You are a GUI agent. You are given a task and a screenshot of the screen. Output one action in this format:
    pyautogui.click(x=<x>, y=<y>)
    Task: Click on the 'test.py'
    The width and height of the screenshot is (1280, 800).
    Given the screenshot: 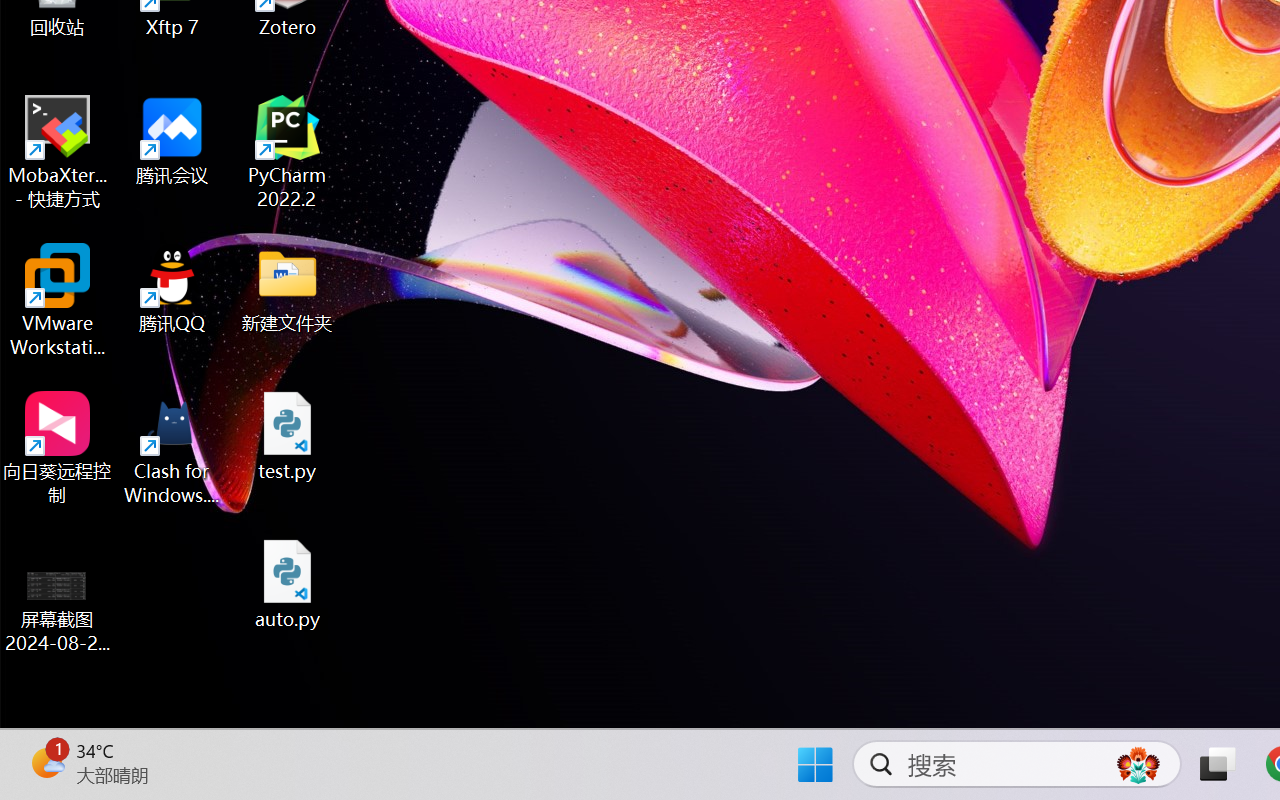 What is the action you would take?
    pyautogui.click(x=287, y=435)
    